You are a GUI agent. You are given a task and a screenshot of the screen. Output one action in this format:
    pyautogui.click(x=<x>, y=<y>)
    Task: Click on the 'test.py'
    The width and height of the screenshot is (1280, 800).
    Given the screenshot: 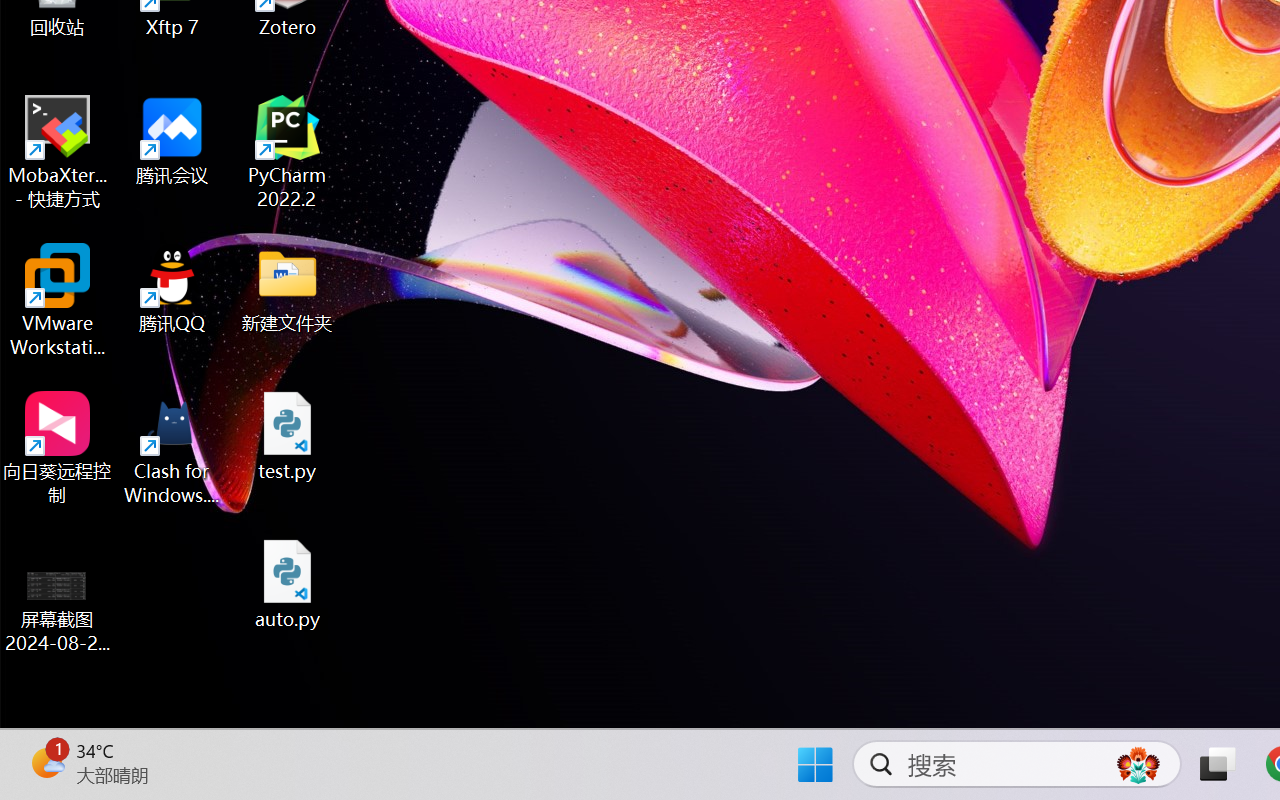 What is the action you would take?
    pyautogui.click(x=287, y=435)
    